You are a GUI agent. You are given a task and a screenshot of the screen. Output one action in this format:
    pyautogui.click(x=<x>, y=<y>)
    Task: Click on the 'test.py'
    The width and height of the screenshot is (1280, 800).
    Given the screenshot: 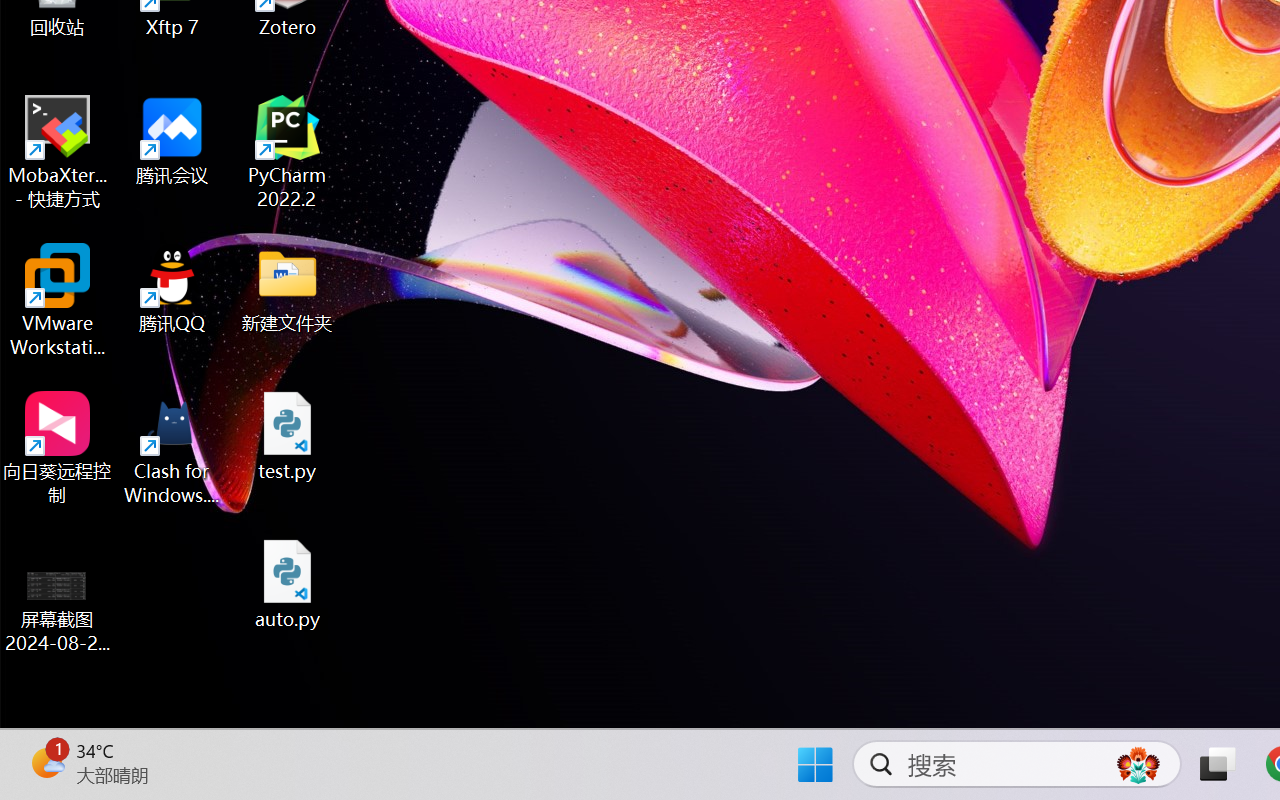 What is the action you would take?
    pyautogui.click(x=287, y=435)
    